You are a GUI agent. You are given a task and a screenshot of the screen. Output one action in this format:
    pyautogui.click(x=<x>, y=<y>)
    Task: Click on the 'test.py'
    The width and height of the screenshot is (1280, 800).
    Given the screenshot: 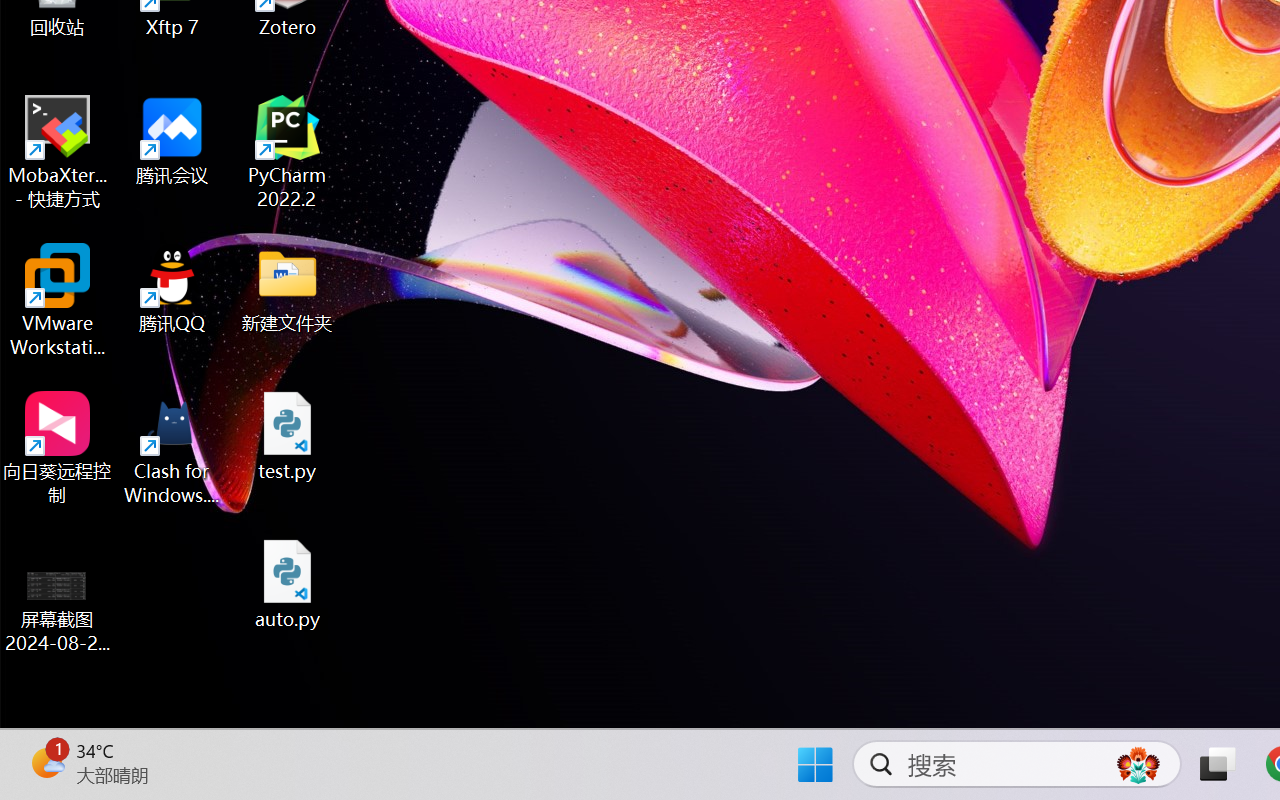 What is the action you would take?
    pyautogui.click(x=287, y=435)
    